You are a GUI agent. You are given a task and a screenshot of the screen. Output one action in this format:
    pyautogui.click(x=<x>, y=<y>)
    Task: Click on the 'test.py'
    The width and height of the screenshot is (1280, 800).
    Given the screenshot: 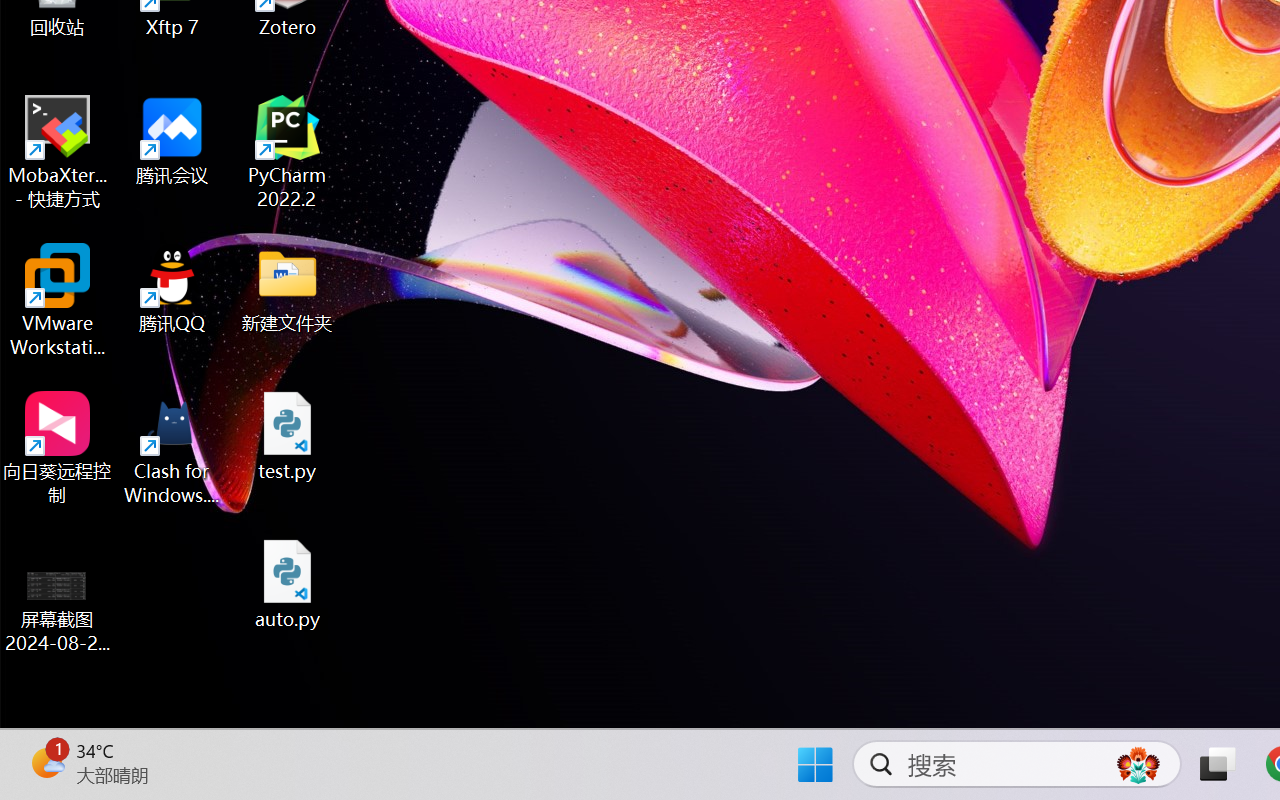 What is the action you would take?
    pyautogui.click(x=287, y=435)
    